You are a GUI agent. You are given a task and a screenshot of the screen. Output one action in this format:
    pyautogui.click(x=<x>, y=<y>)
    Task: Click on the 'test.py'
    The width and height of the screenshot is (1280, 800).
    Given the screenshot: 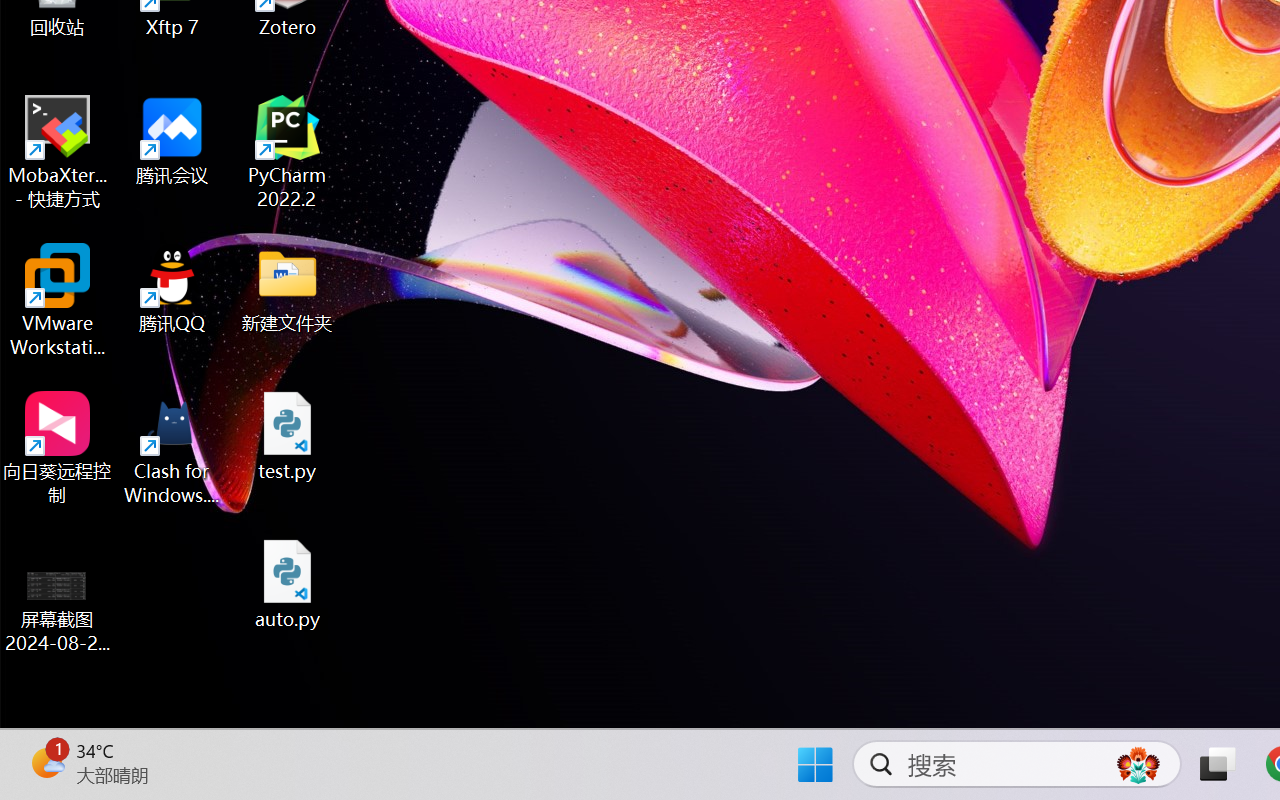 What is the action you would take?
    pyautogui.click(x=287, y=435)
    